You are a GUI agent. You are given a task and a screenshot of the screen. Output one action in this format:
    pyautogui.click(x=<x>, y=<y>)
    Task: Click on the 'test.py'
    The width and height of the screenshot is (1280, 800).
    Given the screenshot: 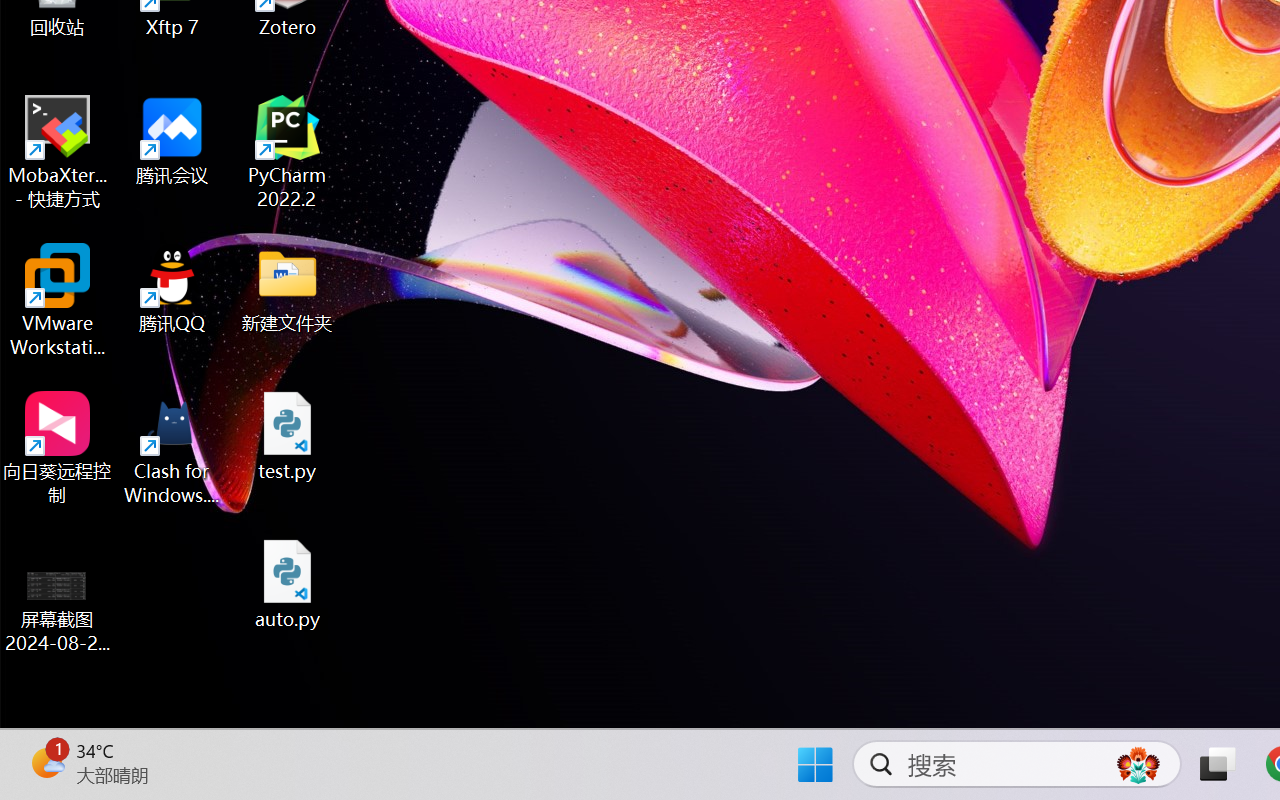 What is the action you would take?
    pyautogui.click(x=287, y=435)
    